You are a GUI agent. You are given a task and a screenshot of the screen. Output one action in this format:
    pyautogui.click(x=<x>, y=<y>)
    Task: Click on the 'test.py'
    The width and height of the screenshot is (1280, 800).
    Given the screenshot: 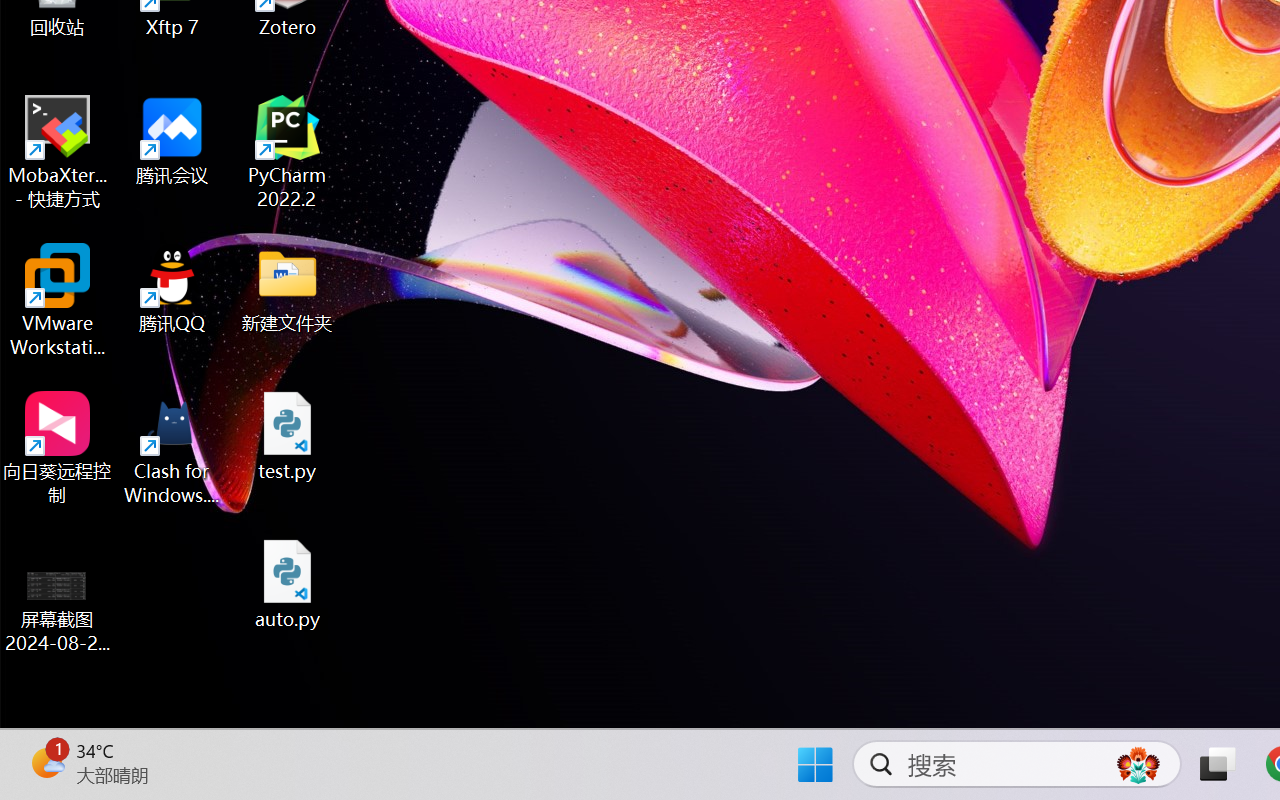 What is the action you would take?
    pyautogui.click(x=287, y=435)
    